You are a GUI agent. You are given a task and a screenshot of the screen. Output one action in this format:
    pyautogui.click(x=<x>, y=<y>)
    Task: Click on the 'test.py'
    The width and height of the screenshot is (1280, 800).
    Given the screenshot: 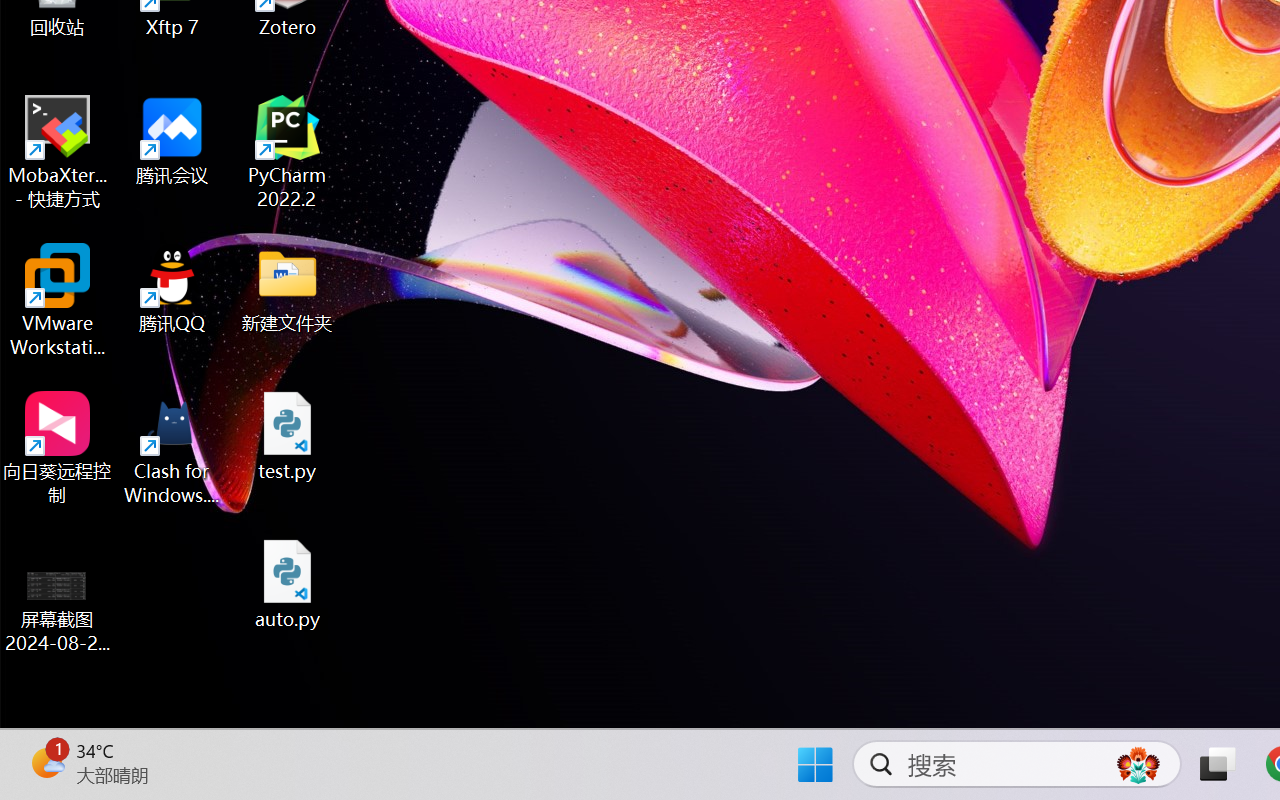 What is the action you would take?
    pyautogui.click(x=287, y=435)
    